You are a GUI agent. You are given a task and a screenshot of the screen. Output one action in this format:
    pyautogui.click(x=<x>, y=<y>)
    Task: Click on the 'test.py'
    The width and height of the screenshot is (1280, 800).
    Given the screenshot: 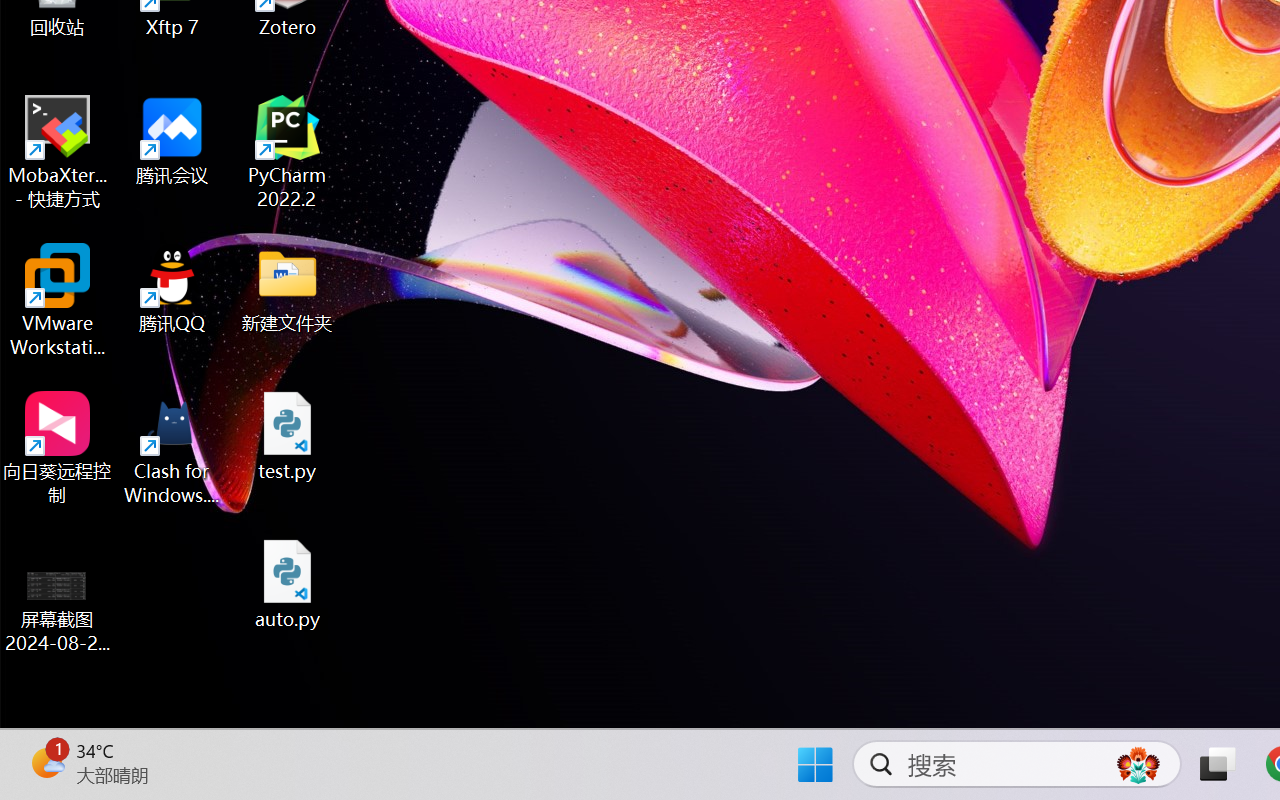 What is the action you would take?
    pyautogui.click(x=287, y=435)
    